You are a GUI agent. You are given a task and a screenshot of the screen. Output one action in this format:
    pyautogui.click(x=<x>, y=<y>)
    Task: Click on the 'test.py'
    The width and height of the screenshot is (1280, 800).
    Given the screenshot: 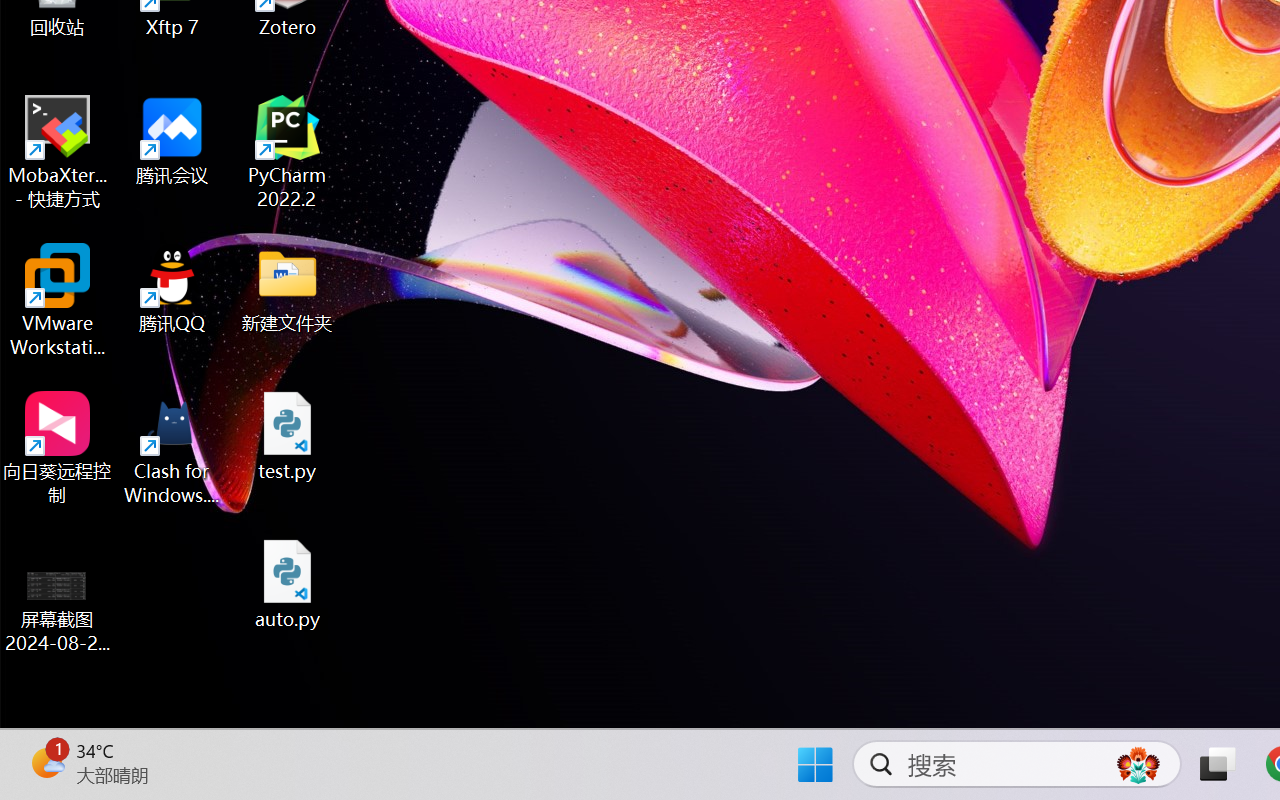 What is the action you would take?
    pyautogui.click(x=287, y=435)
    